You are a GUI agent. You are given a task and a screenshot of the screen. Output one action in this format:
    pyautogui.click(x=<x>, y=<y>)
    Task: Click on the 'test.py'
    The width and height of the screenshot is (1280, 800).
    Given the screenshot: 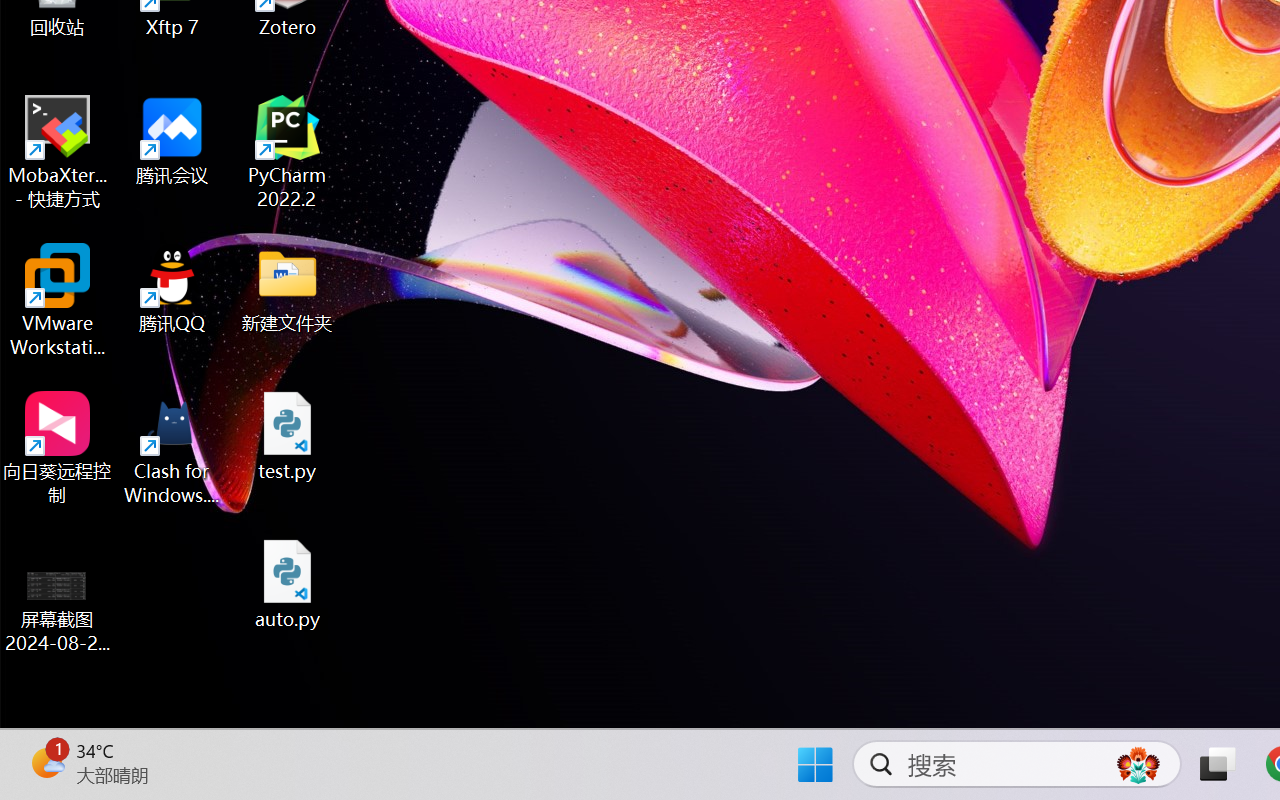 What is the action you would take?
    pyautogui.click(x=287, y=435)
    